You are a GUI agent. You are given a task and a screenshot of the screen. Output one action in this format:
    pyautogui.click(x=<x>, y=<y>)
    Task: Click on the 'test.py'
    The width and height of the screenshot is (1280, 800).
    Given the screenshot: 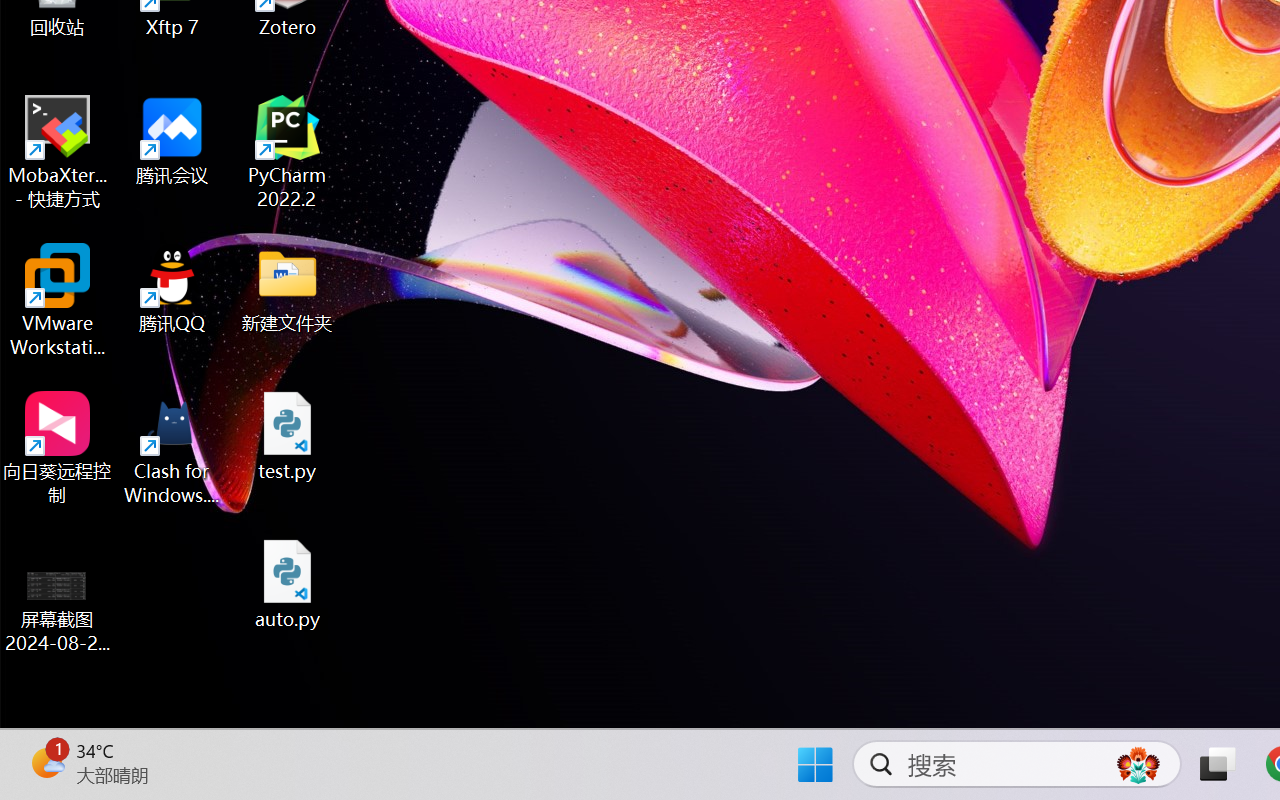 What is the action you would take?
    pyautogui.click(x=287, y=435)
    